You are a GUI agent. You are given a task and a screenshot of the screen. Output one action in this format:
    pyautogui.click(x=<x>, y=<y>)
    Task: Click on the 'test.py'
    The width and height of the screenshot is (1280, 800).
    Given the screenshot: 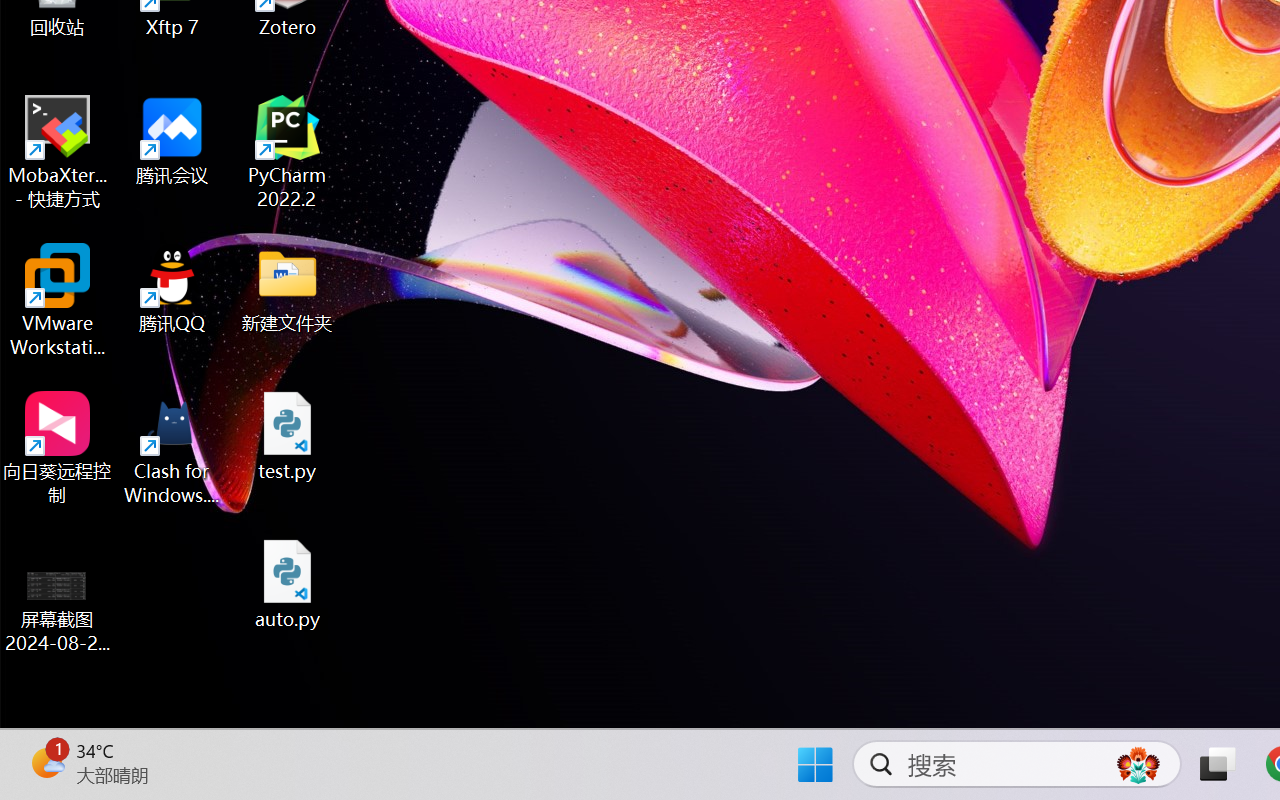 What is the action you would take?
    pyautogui.click(x=287, y=435)
    